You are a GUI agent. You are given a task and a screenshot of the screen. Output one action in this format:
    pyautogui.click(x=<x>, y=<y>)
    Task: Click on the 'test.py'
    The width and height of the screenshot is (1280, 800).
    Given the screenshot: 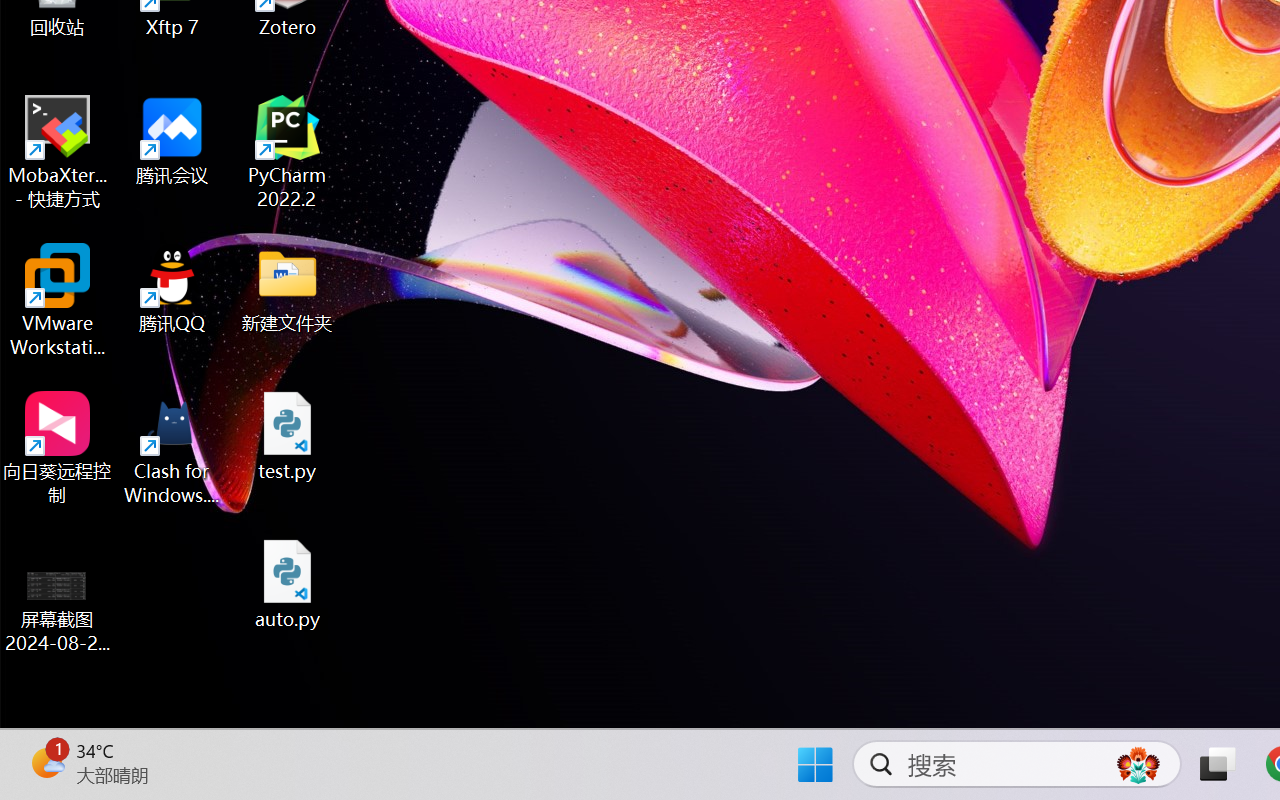 What is the action you would take?
    pyautogui.click(x=287, y=435)
    